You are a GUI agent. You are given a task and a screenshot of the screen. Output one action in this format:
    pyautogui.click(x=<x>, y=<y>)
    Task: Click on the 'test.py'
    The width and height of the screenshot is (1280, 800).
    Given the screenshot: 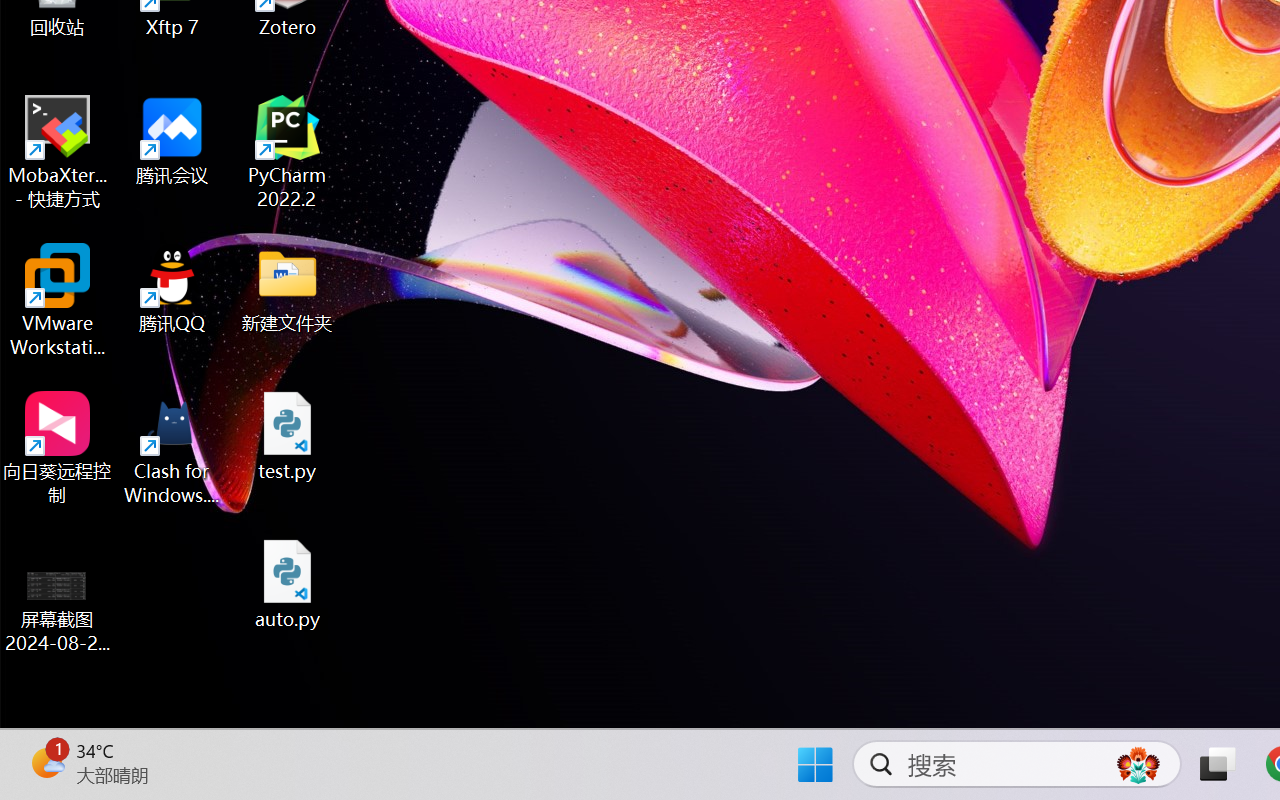 What is the action you would take?
    pyautogui.click(x=287, y=435)
    